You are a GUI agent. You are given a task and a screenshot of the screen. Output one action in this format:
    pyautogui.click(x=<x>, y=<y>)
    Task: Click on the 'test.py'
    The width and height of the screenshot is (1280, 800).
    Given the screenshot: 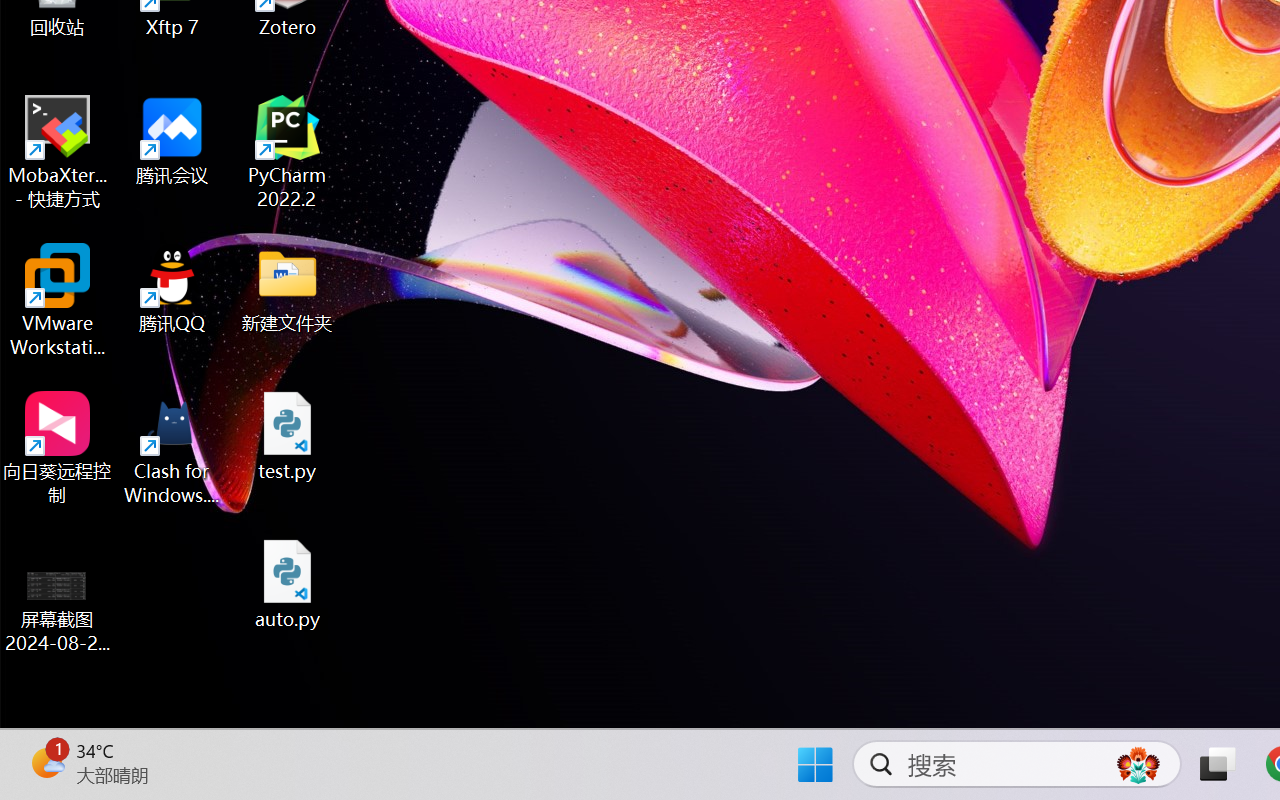 What is the action you would take?
    pyautogui.click(x=287, y=435)
    